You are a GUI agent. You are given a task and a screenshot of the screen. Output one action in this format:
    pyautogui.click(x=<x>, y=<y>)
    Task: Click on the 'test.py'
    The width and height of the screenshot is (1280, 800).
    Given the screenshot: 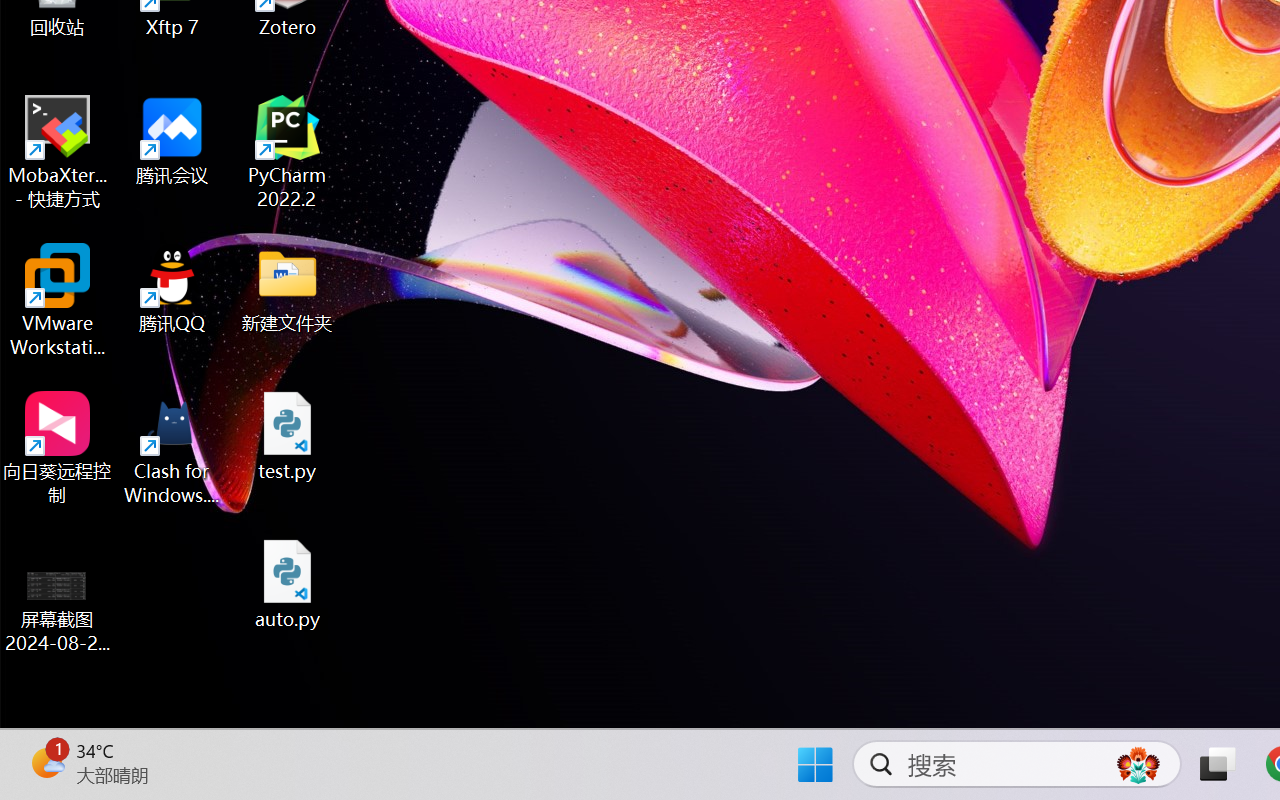 What is the action you would take?
    pyautogui.click(x=287, y=435)
    